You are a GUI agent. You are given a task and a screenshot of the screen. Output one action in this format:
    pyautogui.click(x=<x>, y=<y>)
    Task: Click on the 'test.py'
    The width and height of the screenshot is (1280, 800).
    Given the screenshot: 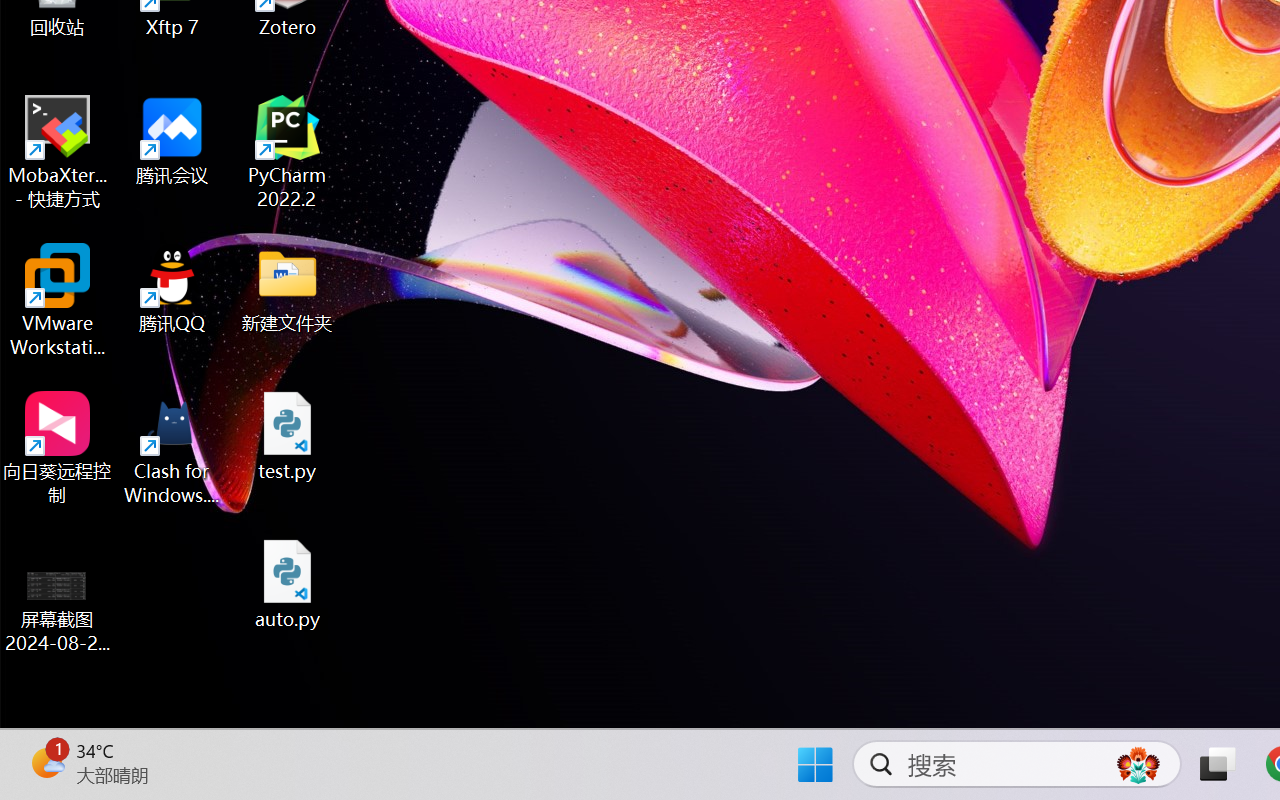 What is the action you would take?
    pyautogui.click(x=287, y=435)
    